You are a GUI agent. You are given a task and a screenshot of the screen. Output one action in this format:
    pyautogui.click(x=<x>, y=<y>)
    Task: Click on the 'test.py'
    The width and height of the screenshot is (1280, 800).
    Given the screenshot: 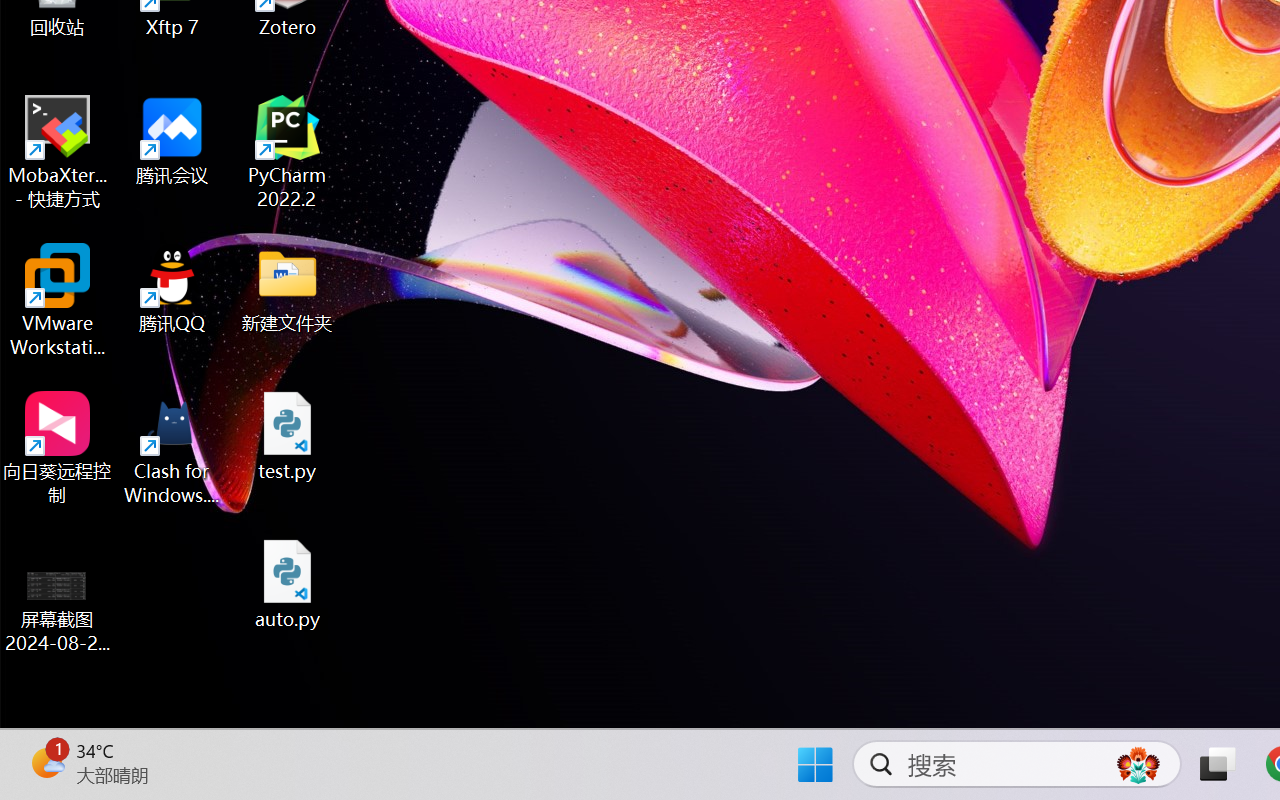 What is the action you would take?
    pyautogui.click(x=287, y=435)
    